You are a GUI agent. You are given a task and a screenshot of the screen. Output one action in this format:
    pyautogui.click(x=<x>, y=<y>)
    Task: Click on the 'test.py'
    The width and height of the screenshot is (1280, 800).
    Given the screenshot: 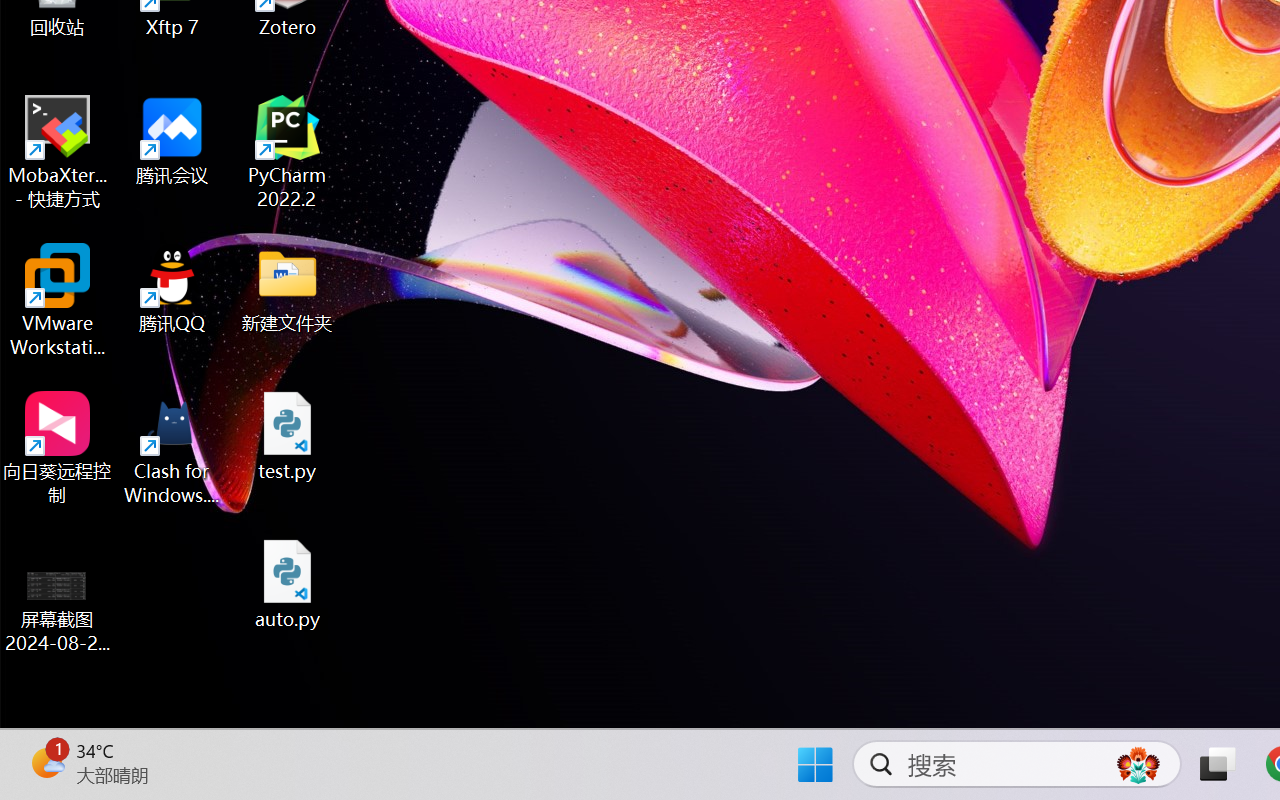 What is the action you would take?
    pyautogui.click(x=287, y=435)
    